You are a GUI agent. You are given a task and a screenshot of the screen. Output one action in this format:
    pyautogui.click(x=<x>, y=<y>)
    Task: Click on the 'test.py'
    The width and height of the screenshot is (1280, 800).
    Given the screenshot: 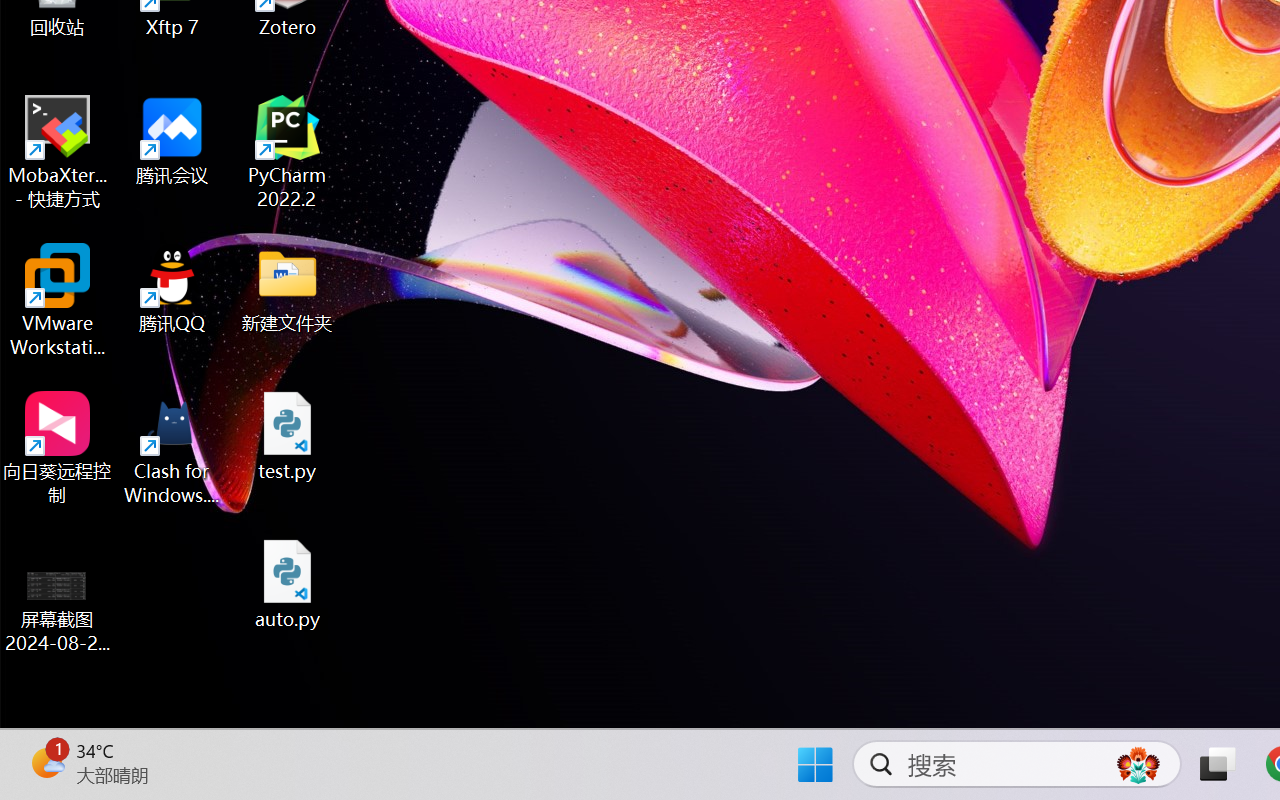 What is the action you would take?
    pyautogui.click(x=287, y=435)
    